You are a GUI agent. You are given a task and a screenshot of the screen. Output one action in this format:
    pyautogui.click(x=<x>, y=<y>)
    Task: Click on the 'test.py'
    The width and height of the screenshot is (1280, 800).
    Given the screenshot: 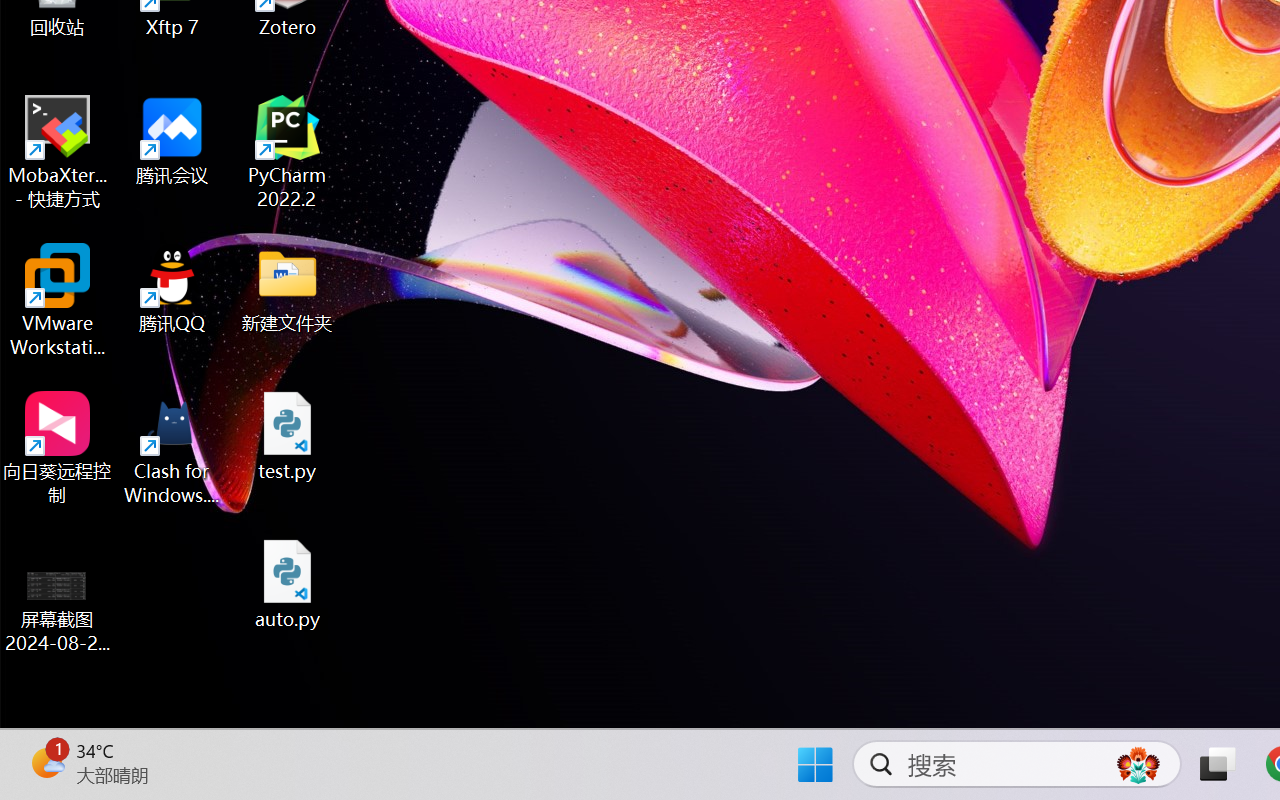 What is the action you would take?
    pyautogui.click(x=287, y=435)
    